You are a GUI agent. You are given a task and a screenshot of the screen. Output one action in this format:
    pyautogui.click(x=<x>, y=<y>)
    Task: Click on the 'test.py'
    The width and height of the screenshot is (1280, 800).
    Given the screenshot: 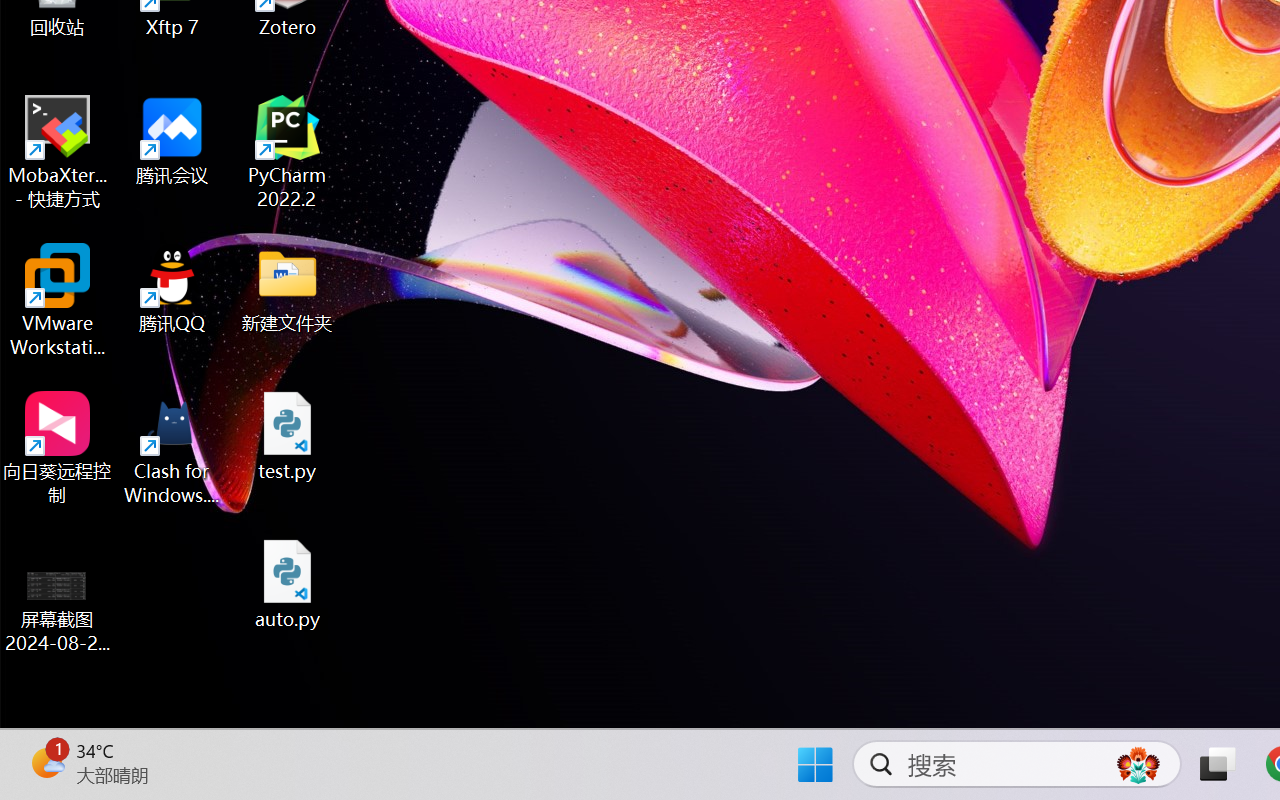 What is the action you would take?
    pyautogui.click(x=287, y=435)
    